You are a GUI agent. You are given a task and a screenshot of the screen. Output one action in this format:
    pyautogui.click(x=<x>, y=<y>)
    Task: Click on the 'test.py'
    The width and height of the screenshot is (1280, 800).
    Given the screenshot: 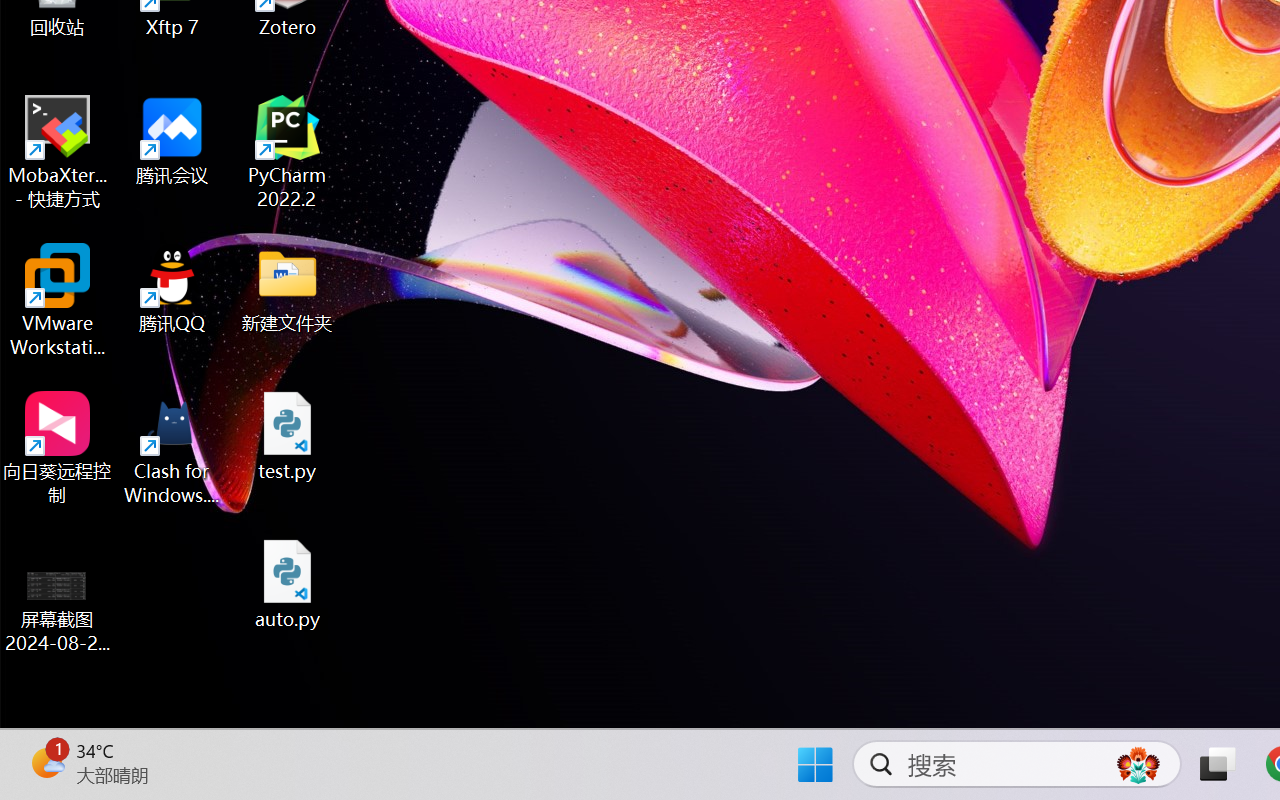 What is the action you would take?
    pyautogui.click(x=287, y=435)
    